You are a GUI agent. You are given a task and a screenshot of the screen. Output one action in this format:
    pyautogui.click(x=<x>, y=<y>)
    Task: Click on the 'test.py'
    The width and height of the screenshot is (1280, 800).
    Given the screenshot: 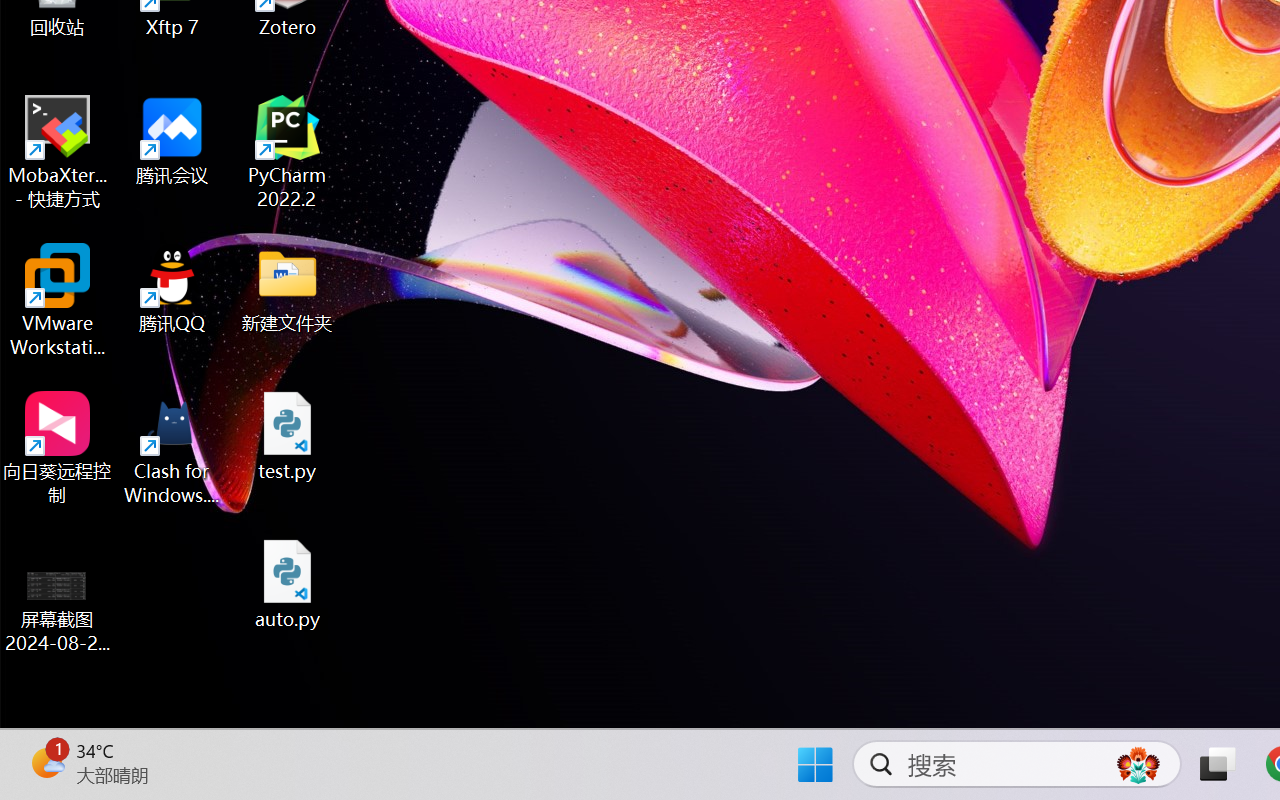 What is the action you would take?
    pyautogui.click(x=287, y=435)
    